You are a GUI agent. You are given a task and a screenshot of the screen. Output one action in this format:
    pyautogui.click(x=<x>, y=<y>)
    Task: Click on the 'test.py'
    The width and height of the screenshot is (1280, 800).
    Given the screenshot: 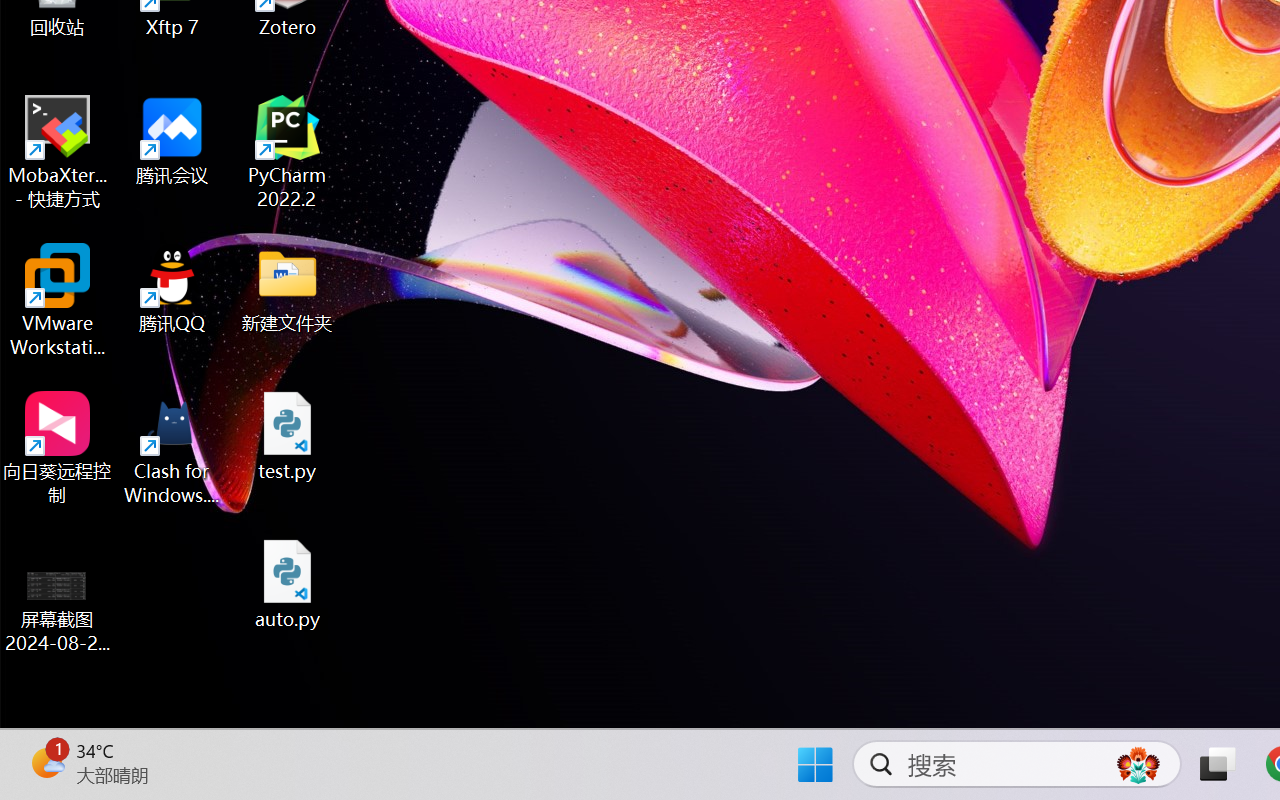 What is the action you would take?
    pyautogui.click(x=287, y=435)
    